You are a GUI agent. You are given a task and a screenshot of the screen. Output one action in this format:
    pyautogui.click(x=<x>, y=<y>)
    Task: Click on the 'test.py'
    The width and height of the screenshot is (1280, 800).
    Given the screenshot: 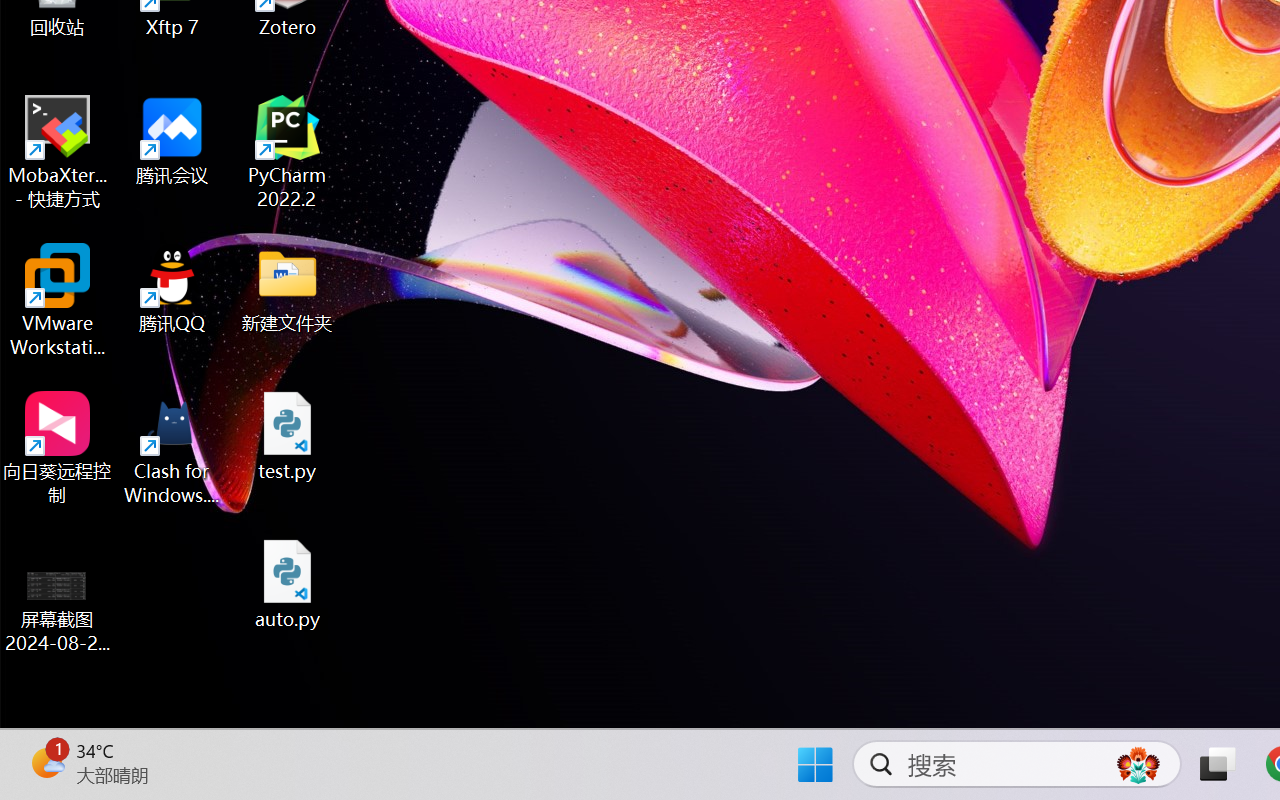 What is the action you would take?
    pyautogui.click(x=287, y=435)
    